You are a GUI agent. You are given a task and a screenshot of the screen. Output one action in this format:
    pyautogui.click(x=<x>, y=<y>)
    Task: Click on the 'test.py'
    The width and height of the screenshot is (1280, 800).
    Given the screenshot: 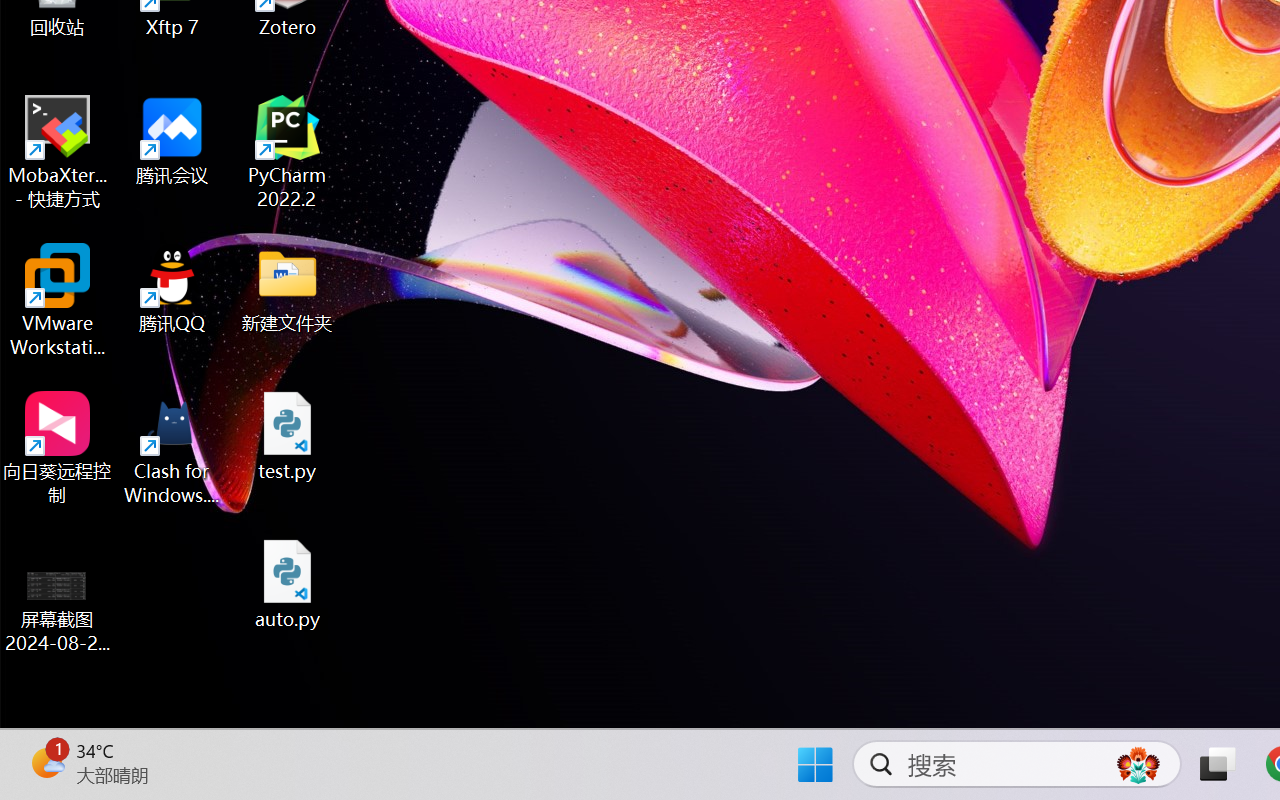 What is the action you would take?
    pyautogui.click(x=287, y=435)
    